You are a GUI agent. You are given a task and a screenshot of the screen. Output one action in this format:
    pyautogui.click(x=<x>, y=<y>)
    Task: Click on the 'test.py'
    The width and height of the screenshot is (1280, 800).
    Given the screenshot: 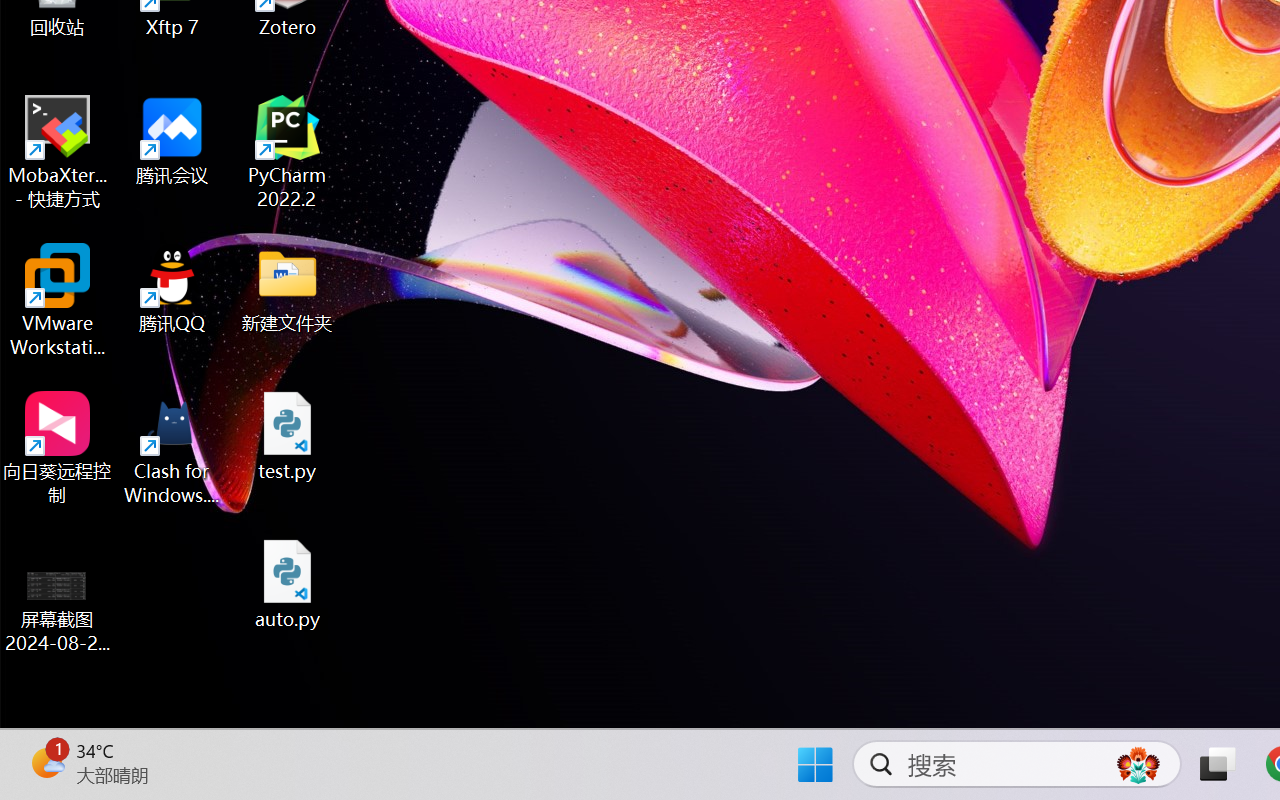 What is the action you would take?
    pyautogui.click(x=287, y=435)
    